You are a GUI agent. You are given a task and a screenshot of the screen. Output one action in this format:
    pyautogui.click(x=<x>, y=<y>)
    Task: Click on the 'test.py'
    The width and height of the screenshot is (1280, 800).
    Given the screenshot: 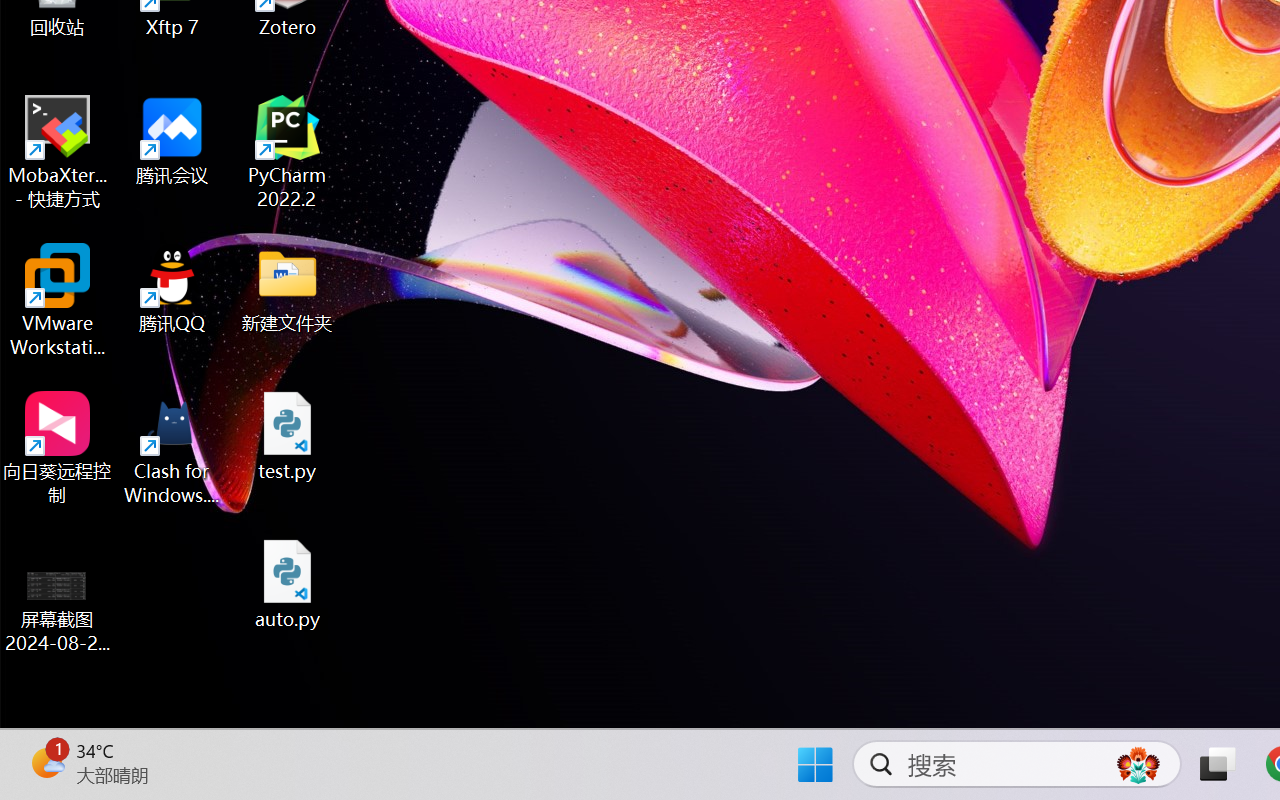 What is the action you would take?
    pyautogui.click(x=287, y=435)
    